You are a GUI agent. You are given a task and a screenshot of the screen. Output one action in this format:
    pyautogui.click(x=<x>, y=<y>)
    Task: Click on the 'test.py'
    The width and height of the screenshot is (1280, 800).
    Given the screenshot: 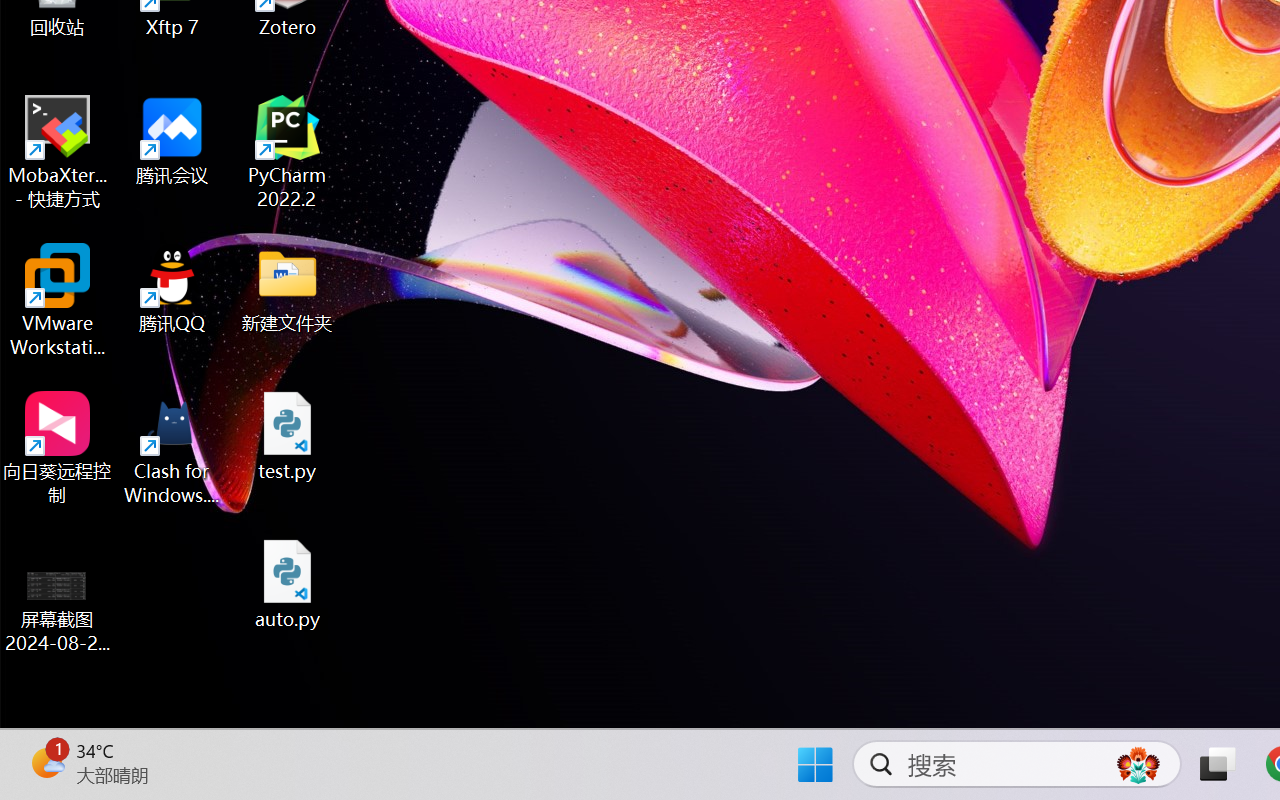 What is the action you would take?
    pyautogui.click(x=287, y=435)
    